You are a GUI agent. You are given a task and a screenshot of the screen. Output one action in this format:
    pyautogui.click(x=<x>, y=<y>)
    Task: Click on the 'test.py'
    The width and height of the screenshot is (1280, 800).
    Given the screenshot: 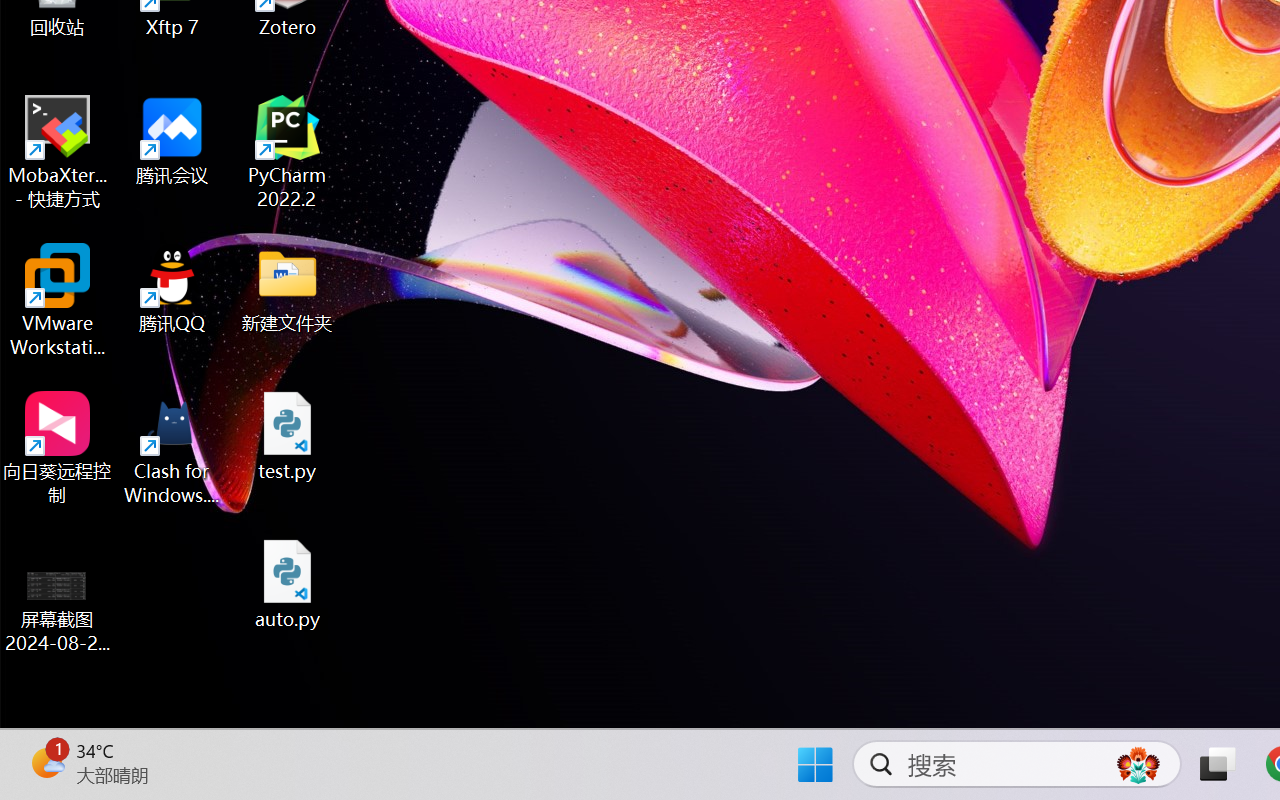 What is the action you would take?
    pyautogui.click(x=287, y=435)
    